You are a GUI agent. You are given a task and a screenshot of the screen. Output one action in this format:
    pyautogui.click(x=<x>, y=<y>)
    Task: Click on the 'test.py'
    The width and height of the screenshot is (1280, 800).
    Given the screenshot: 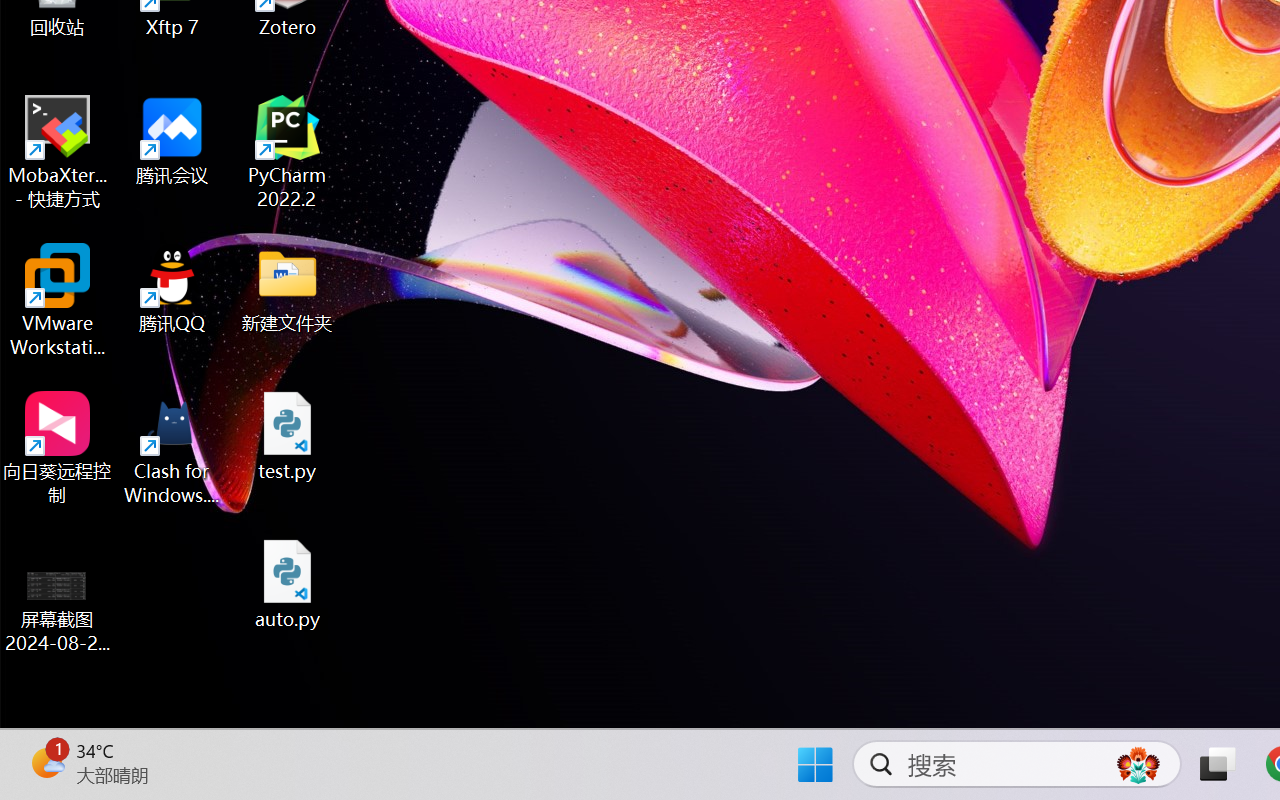 What is the action you would take?
    pyautogui.click(x=287, y=435)
    